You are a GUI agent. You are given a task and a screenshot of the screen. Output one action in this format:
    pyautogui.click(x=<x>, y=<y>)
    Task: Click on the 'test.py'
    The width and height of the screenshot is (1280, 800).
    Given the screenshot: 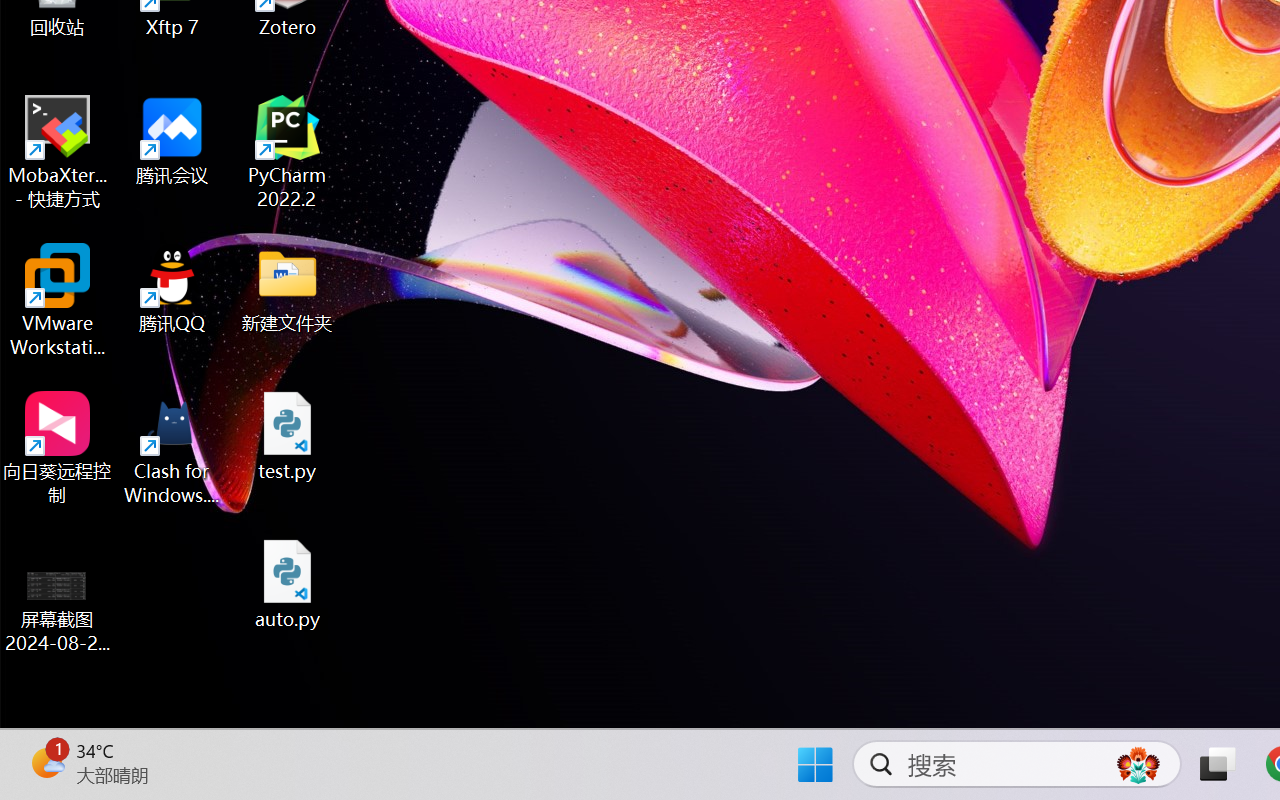 What is the action you would take?
    pyautogui.click(x=287, y=435)
    